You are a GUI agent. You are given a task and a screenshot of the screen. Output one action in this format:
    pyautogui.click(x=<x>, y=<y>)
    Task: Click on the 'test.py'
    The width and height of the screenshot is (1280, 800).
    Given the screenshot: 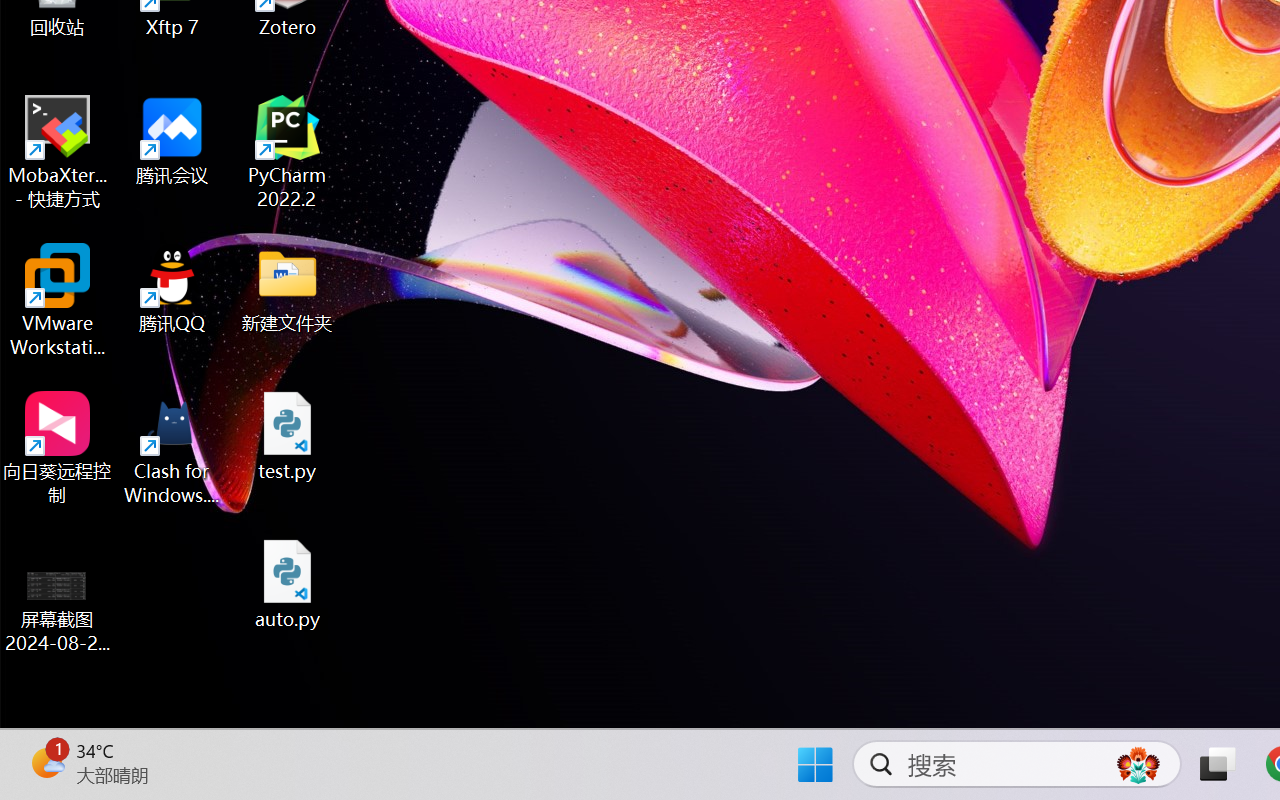 What is the action you would take?
    pyautogui.click(x=287, y=435)
    